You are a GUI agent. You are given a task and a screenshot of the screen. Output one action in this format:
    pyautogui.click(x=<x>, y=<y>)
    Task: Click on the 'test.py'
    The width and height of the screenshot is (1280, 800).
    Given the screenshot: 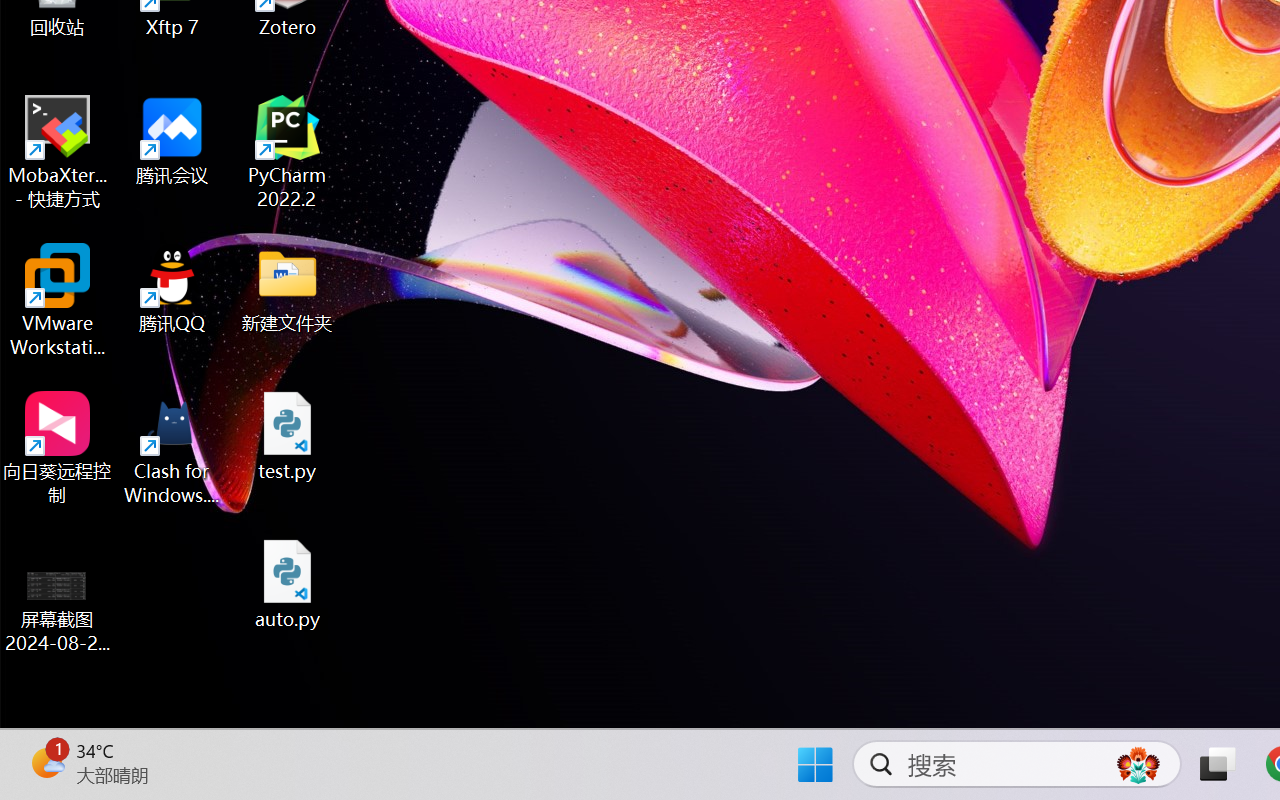 What is the action you would take?
    pyautogui.click(x=287, y=435)
    